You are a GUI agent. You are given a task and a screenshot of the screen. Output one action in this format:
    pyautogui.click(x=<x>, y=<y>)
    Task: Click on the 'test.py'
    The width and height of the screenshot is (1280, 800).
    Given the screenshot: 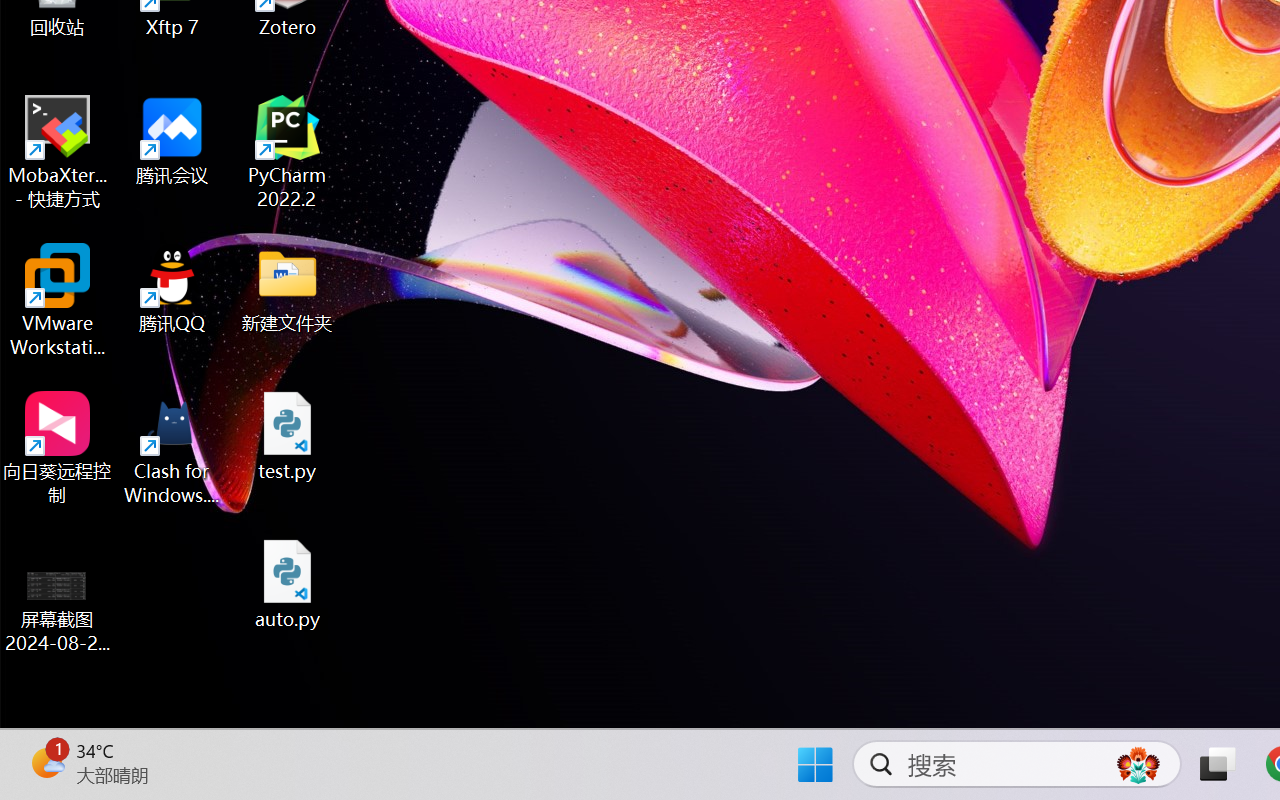 What is the action you would take?
    pyautogui.click(x=287, y=435)
    